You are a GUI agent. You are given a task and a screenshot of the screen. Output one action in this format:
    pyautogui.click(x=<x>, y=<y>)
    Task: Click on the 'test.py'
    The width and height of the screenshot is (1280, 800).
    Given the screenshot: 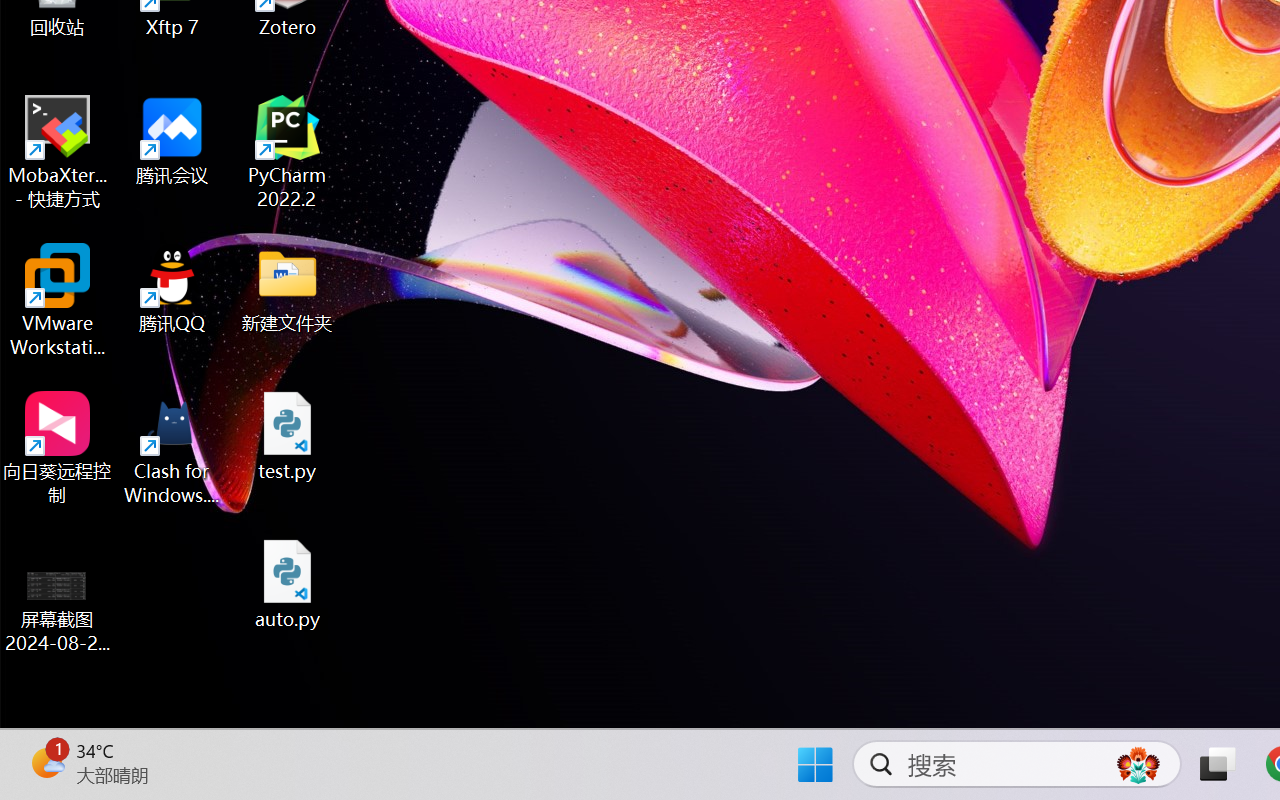 What is the action you would take?
    pyautogui.click(x=287, y=435)
    